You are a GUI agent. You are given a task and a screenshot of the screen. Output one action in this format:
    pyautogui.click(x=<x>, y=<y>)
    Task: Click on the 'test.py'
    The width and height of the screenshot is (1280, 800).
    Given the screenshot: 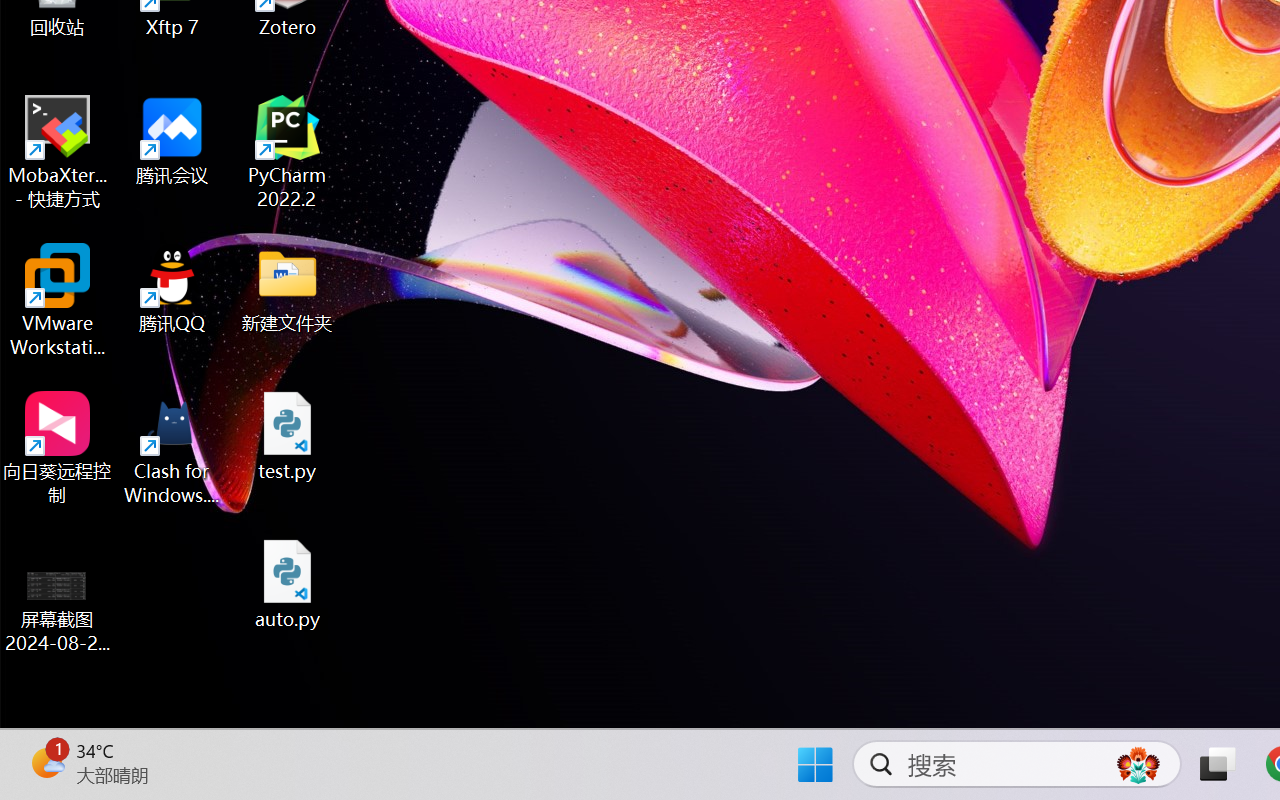 What is the action you would take?
    pyautogui.click(x=287, y=435)
    